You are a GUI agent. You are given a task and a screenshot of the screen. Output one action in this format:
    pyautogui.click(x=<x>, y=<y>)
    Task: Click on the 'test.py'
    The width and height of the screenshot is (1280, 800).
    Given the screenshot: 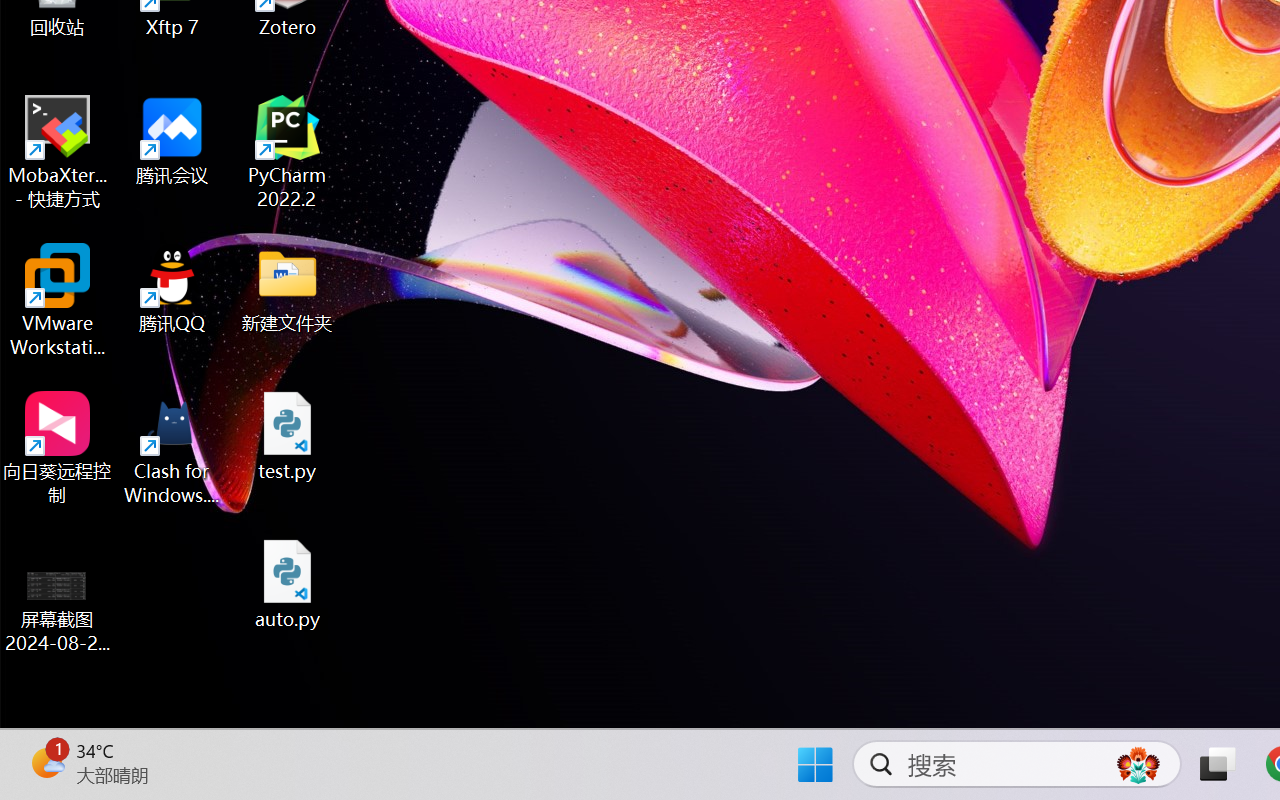 What is the action you would take?
    pyautogui.click(x=287, y=435)
    